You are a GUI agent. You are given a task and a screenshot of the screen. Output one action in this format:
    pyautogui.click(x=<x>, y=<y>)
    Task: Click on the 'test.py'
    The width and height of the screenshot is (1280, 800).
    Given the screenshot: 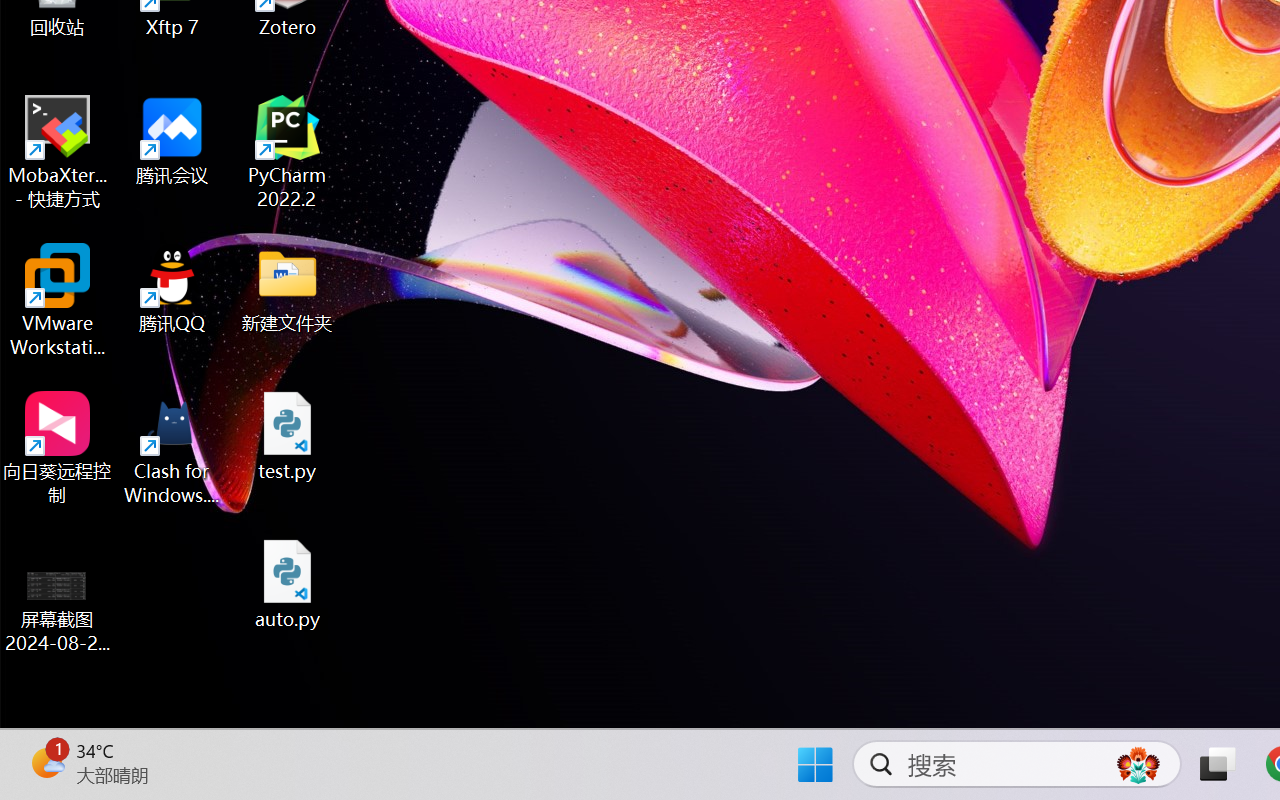 What is the action you would take?
    pyautogui.click(x=287, y=435)
    